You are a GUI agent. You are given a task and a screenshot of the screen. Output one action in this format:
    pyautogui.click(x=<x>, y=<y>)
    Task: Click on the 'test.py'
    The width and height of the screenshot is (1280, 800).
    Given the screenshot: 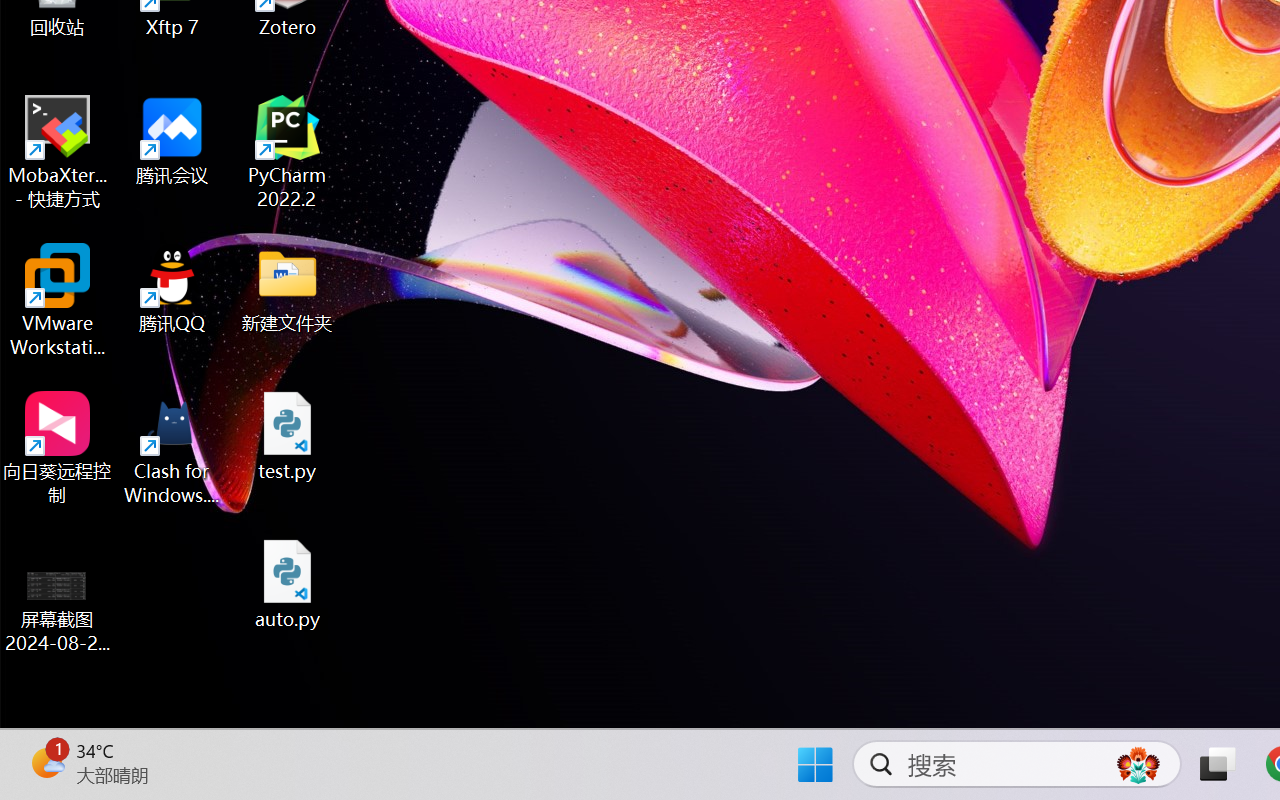 What is the action you would take?
    pyautogui.click(x=287, y=435)
    